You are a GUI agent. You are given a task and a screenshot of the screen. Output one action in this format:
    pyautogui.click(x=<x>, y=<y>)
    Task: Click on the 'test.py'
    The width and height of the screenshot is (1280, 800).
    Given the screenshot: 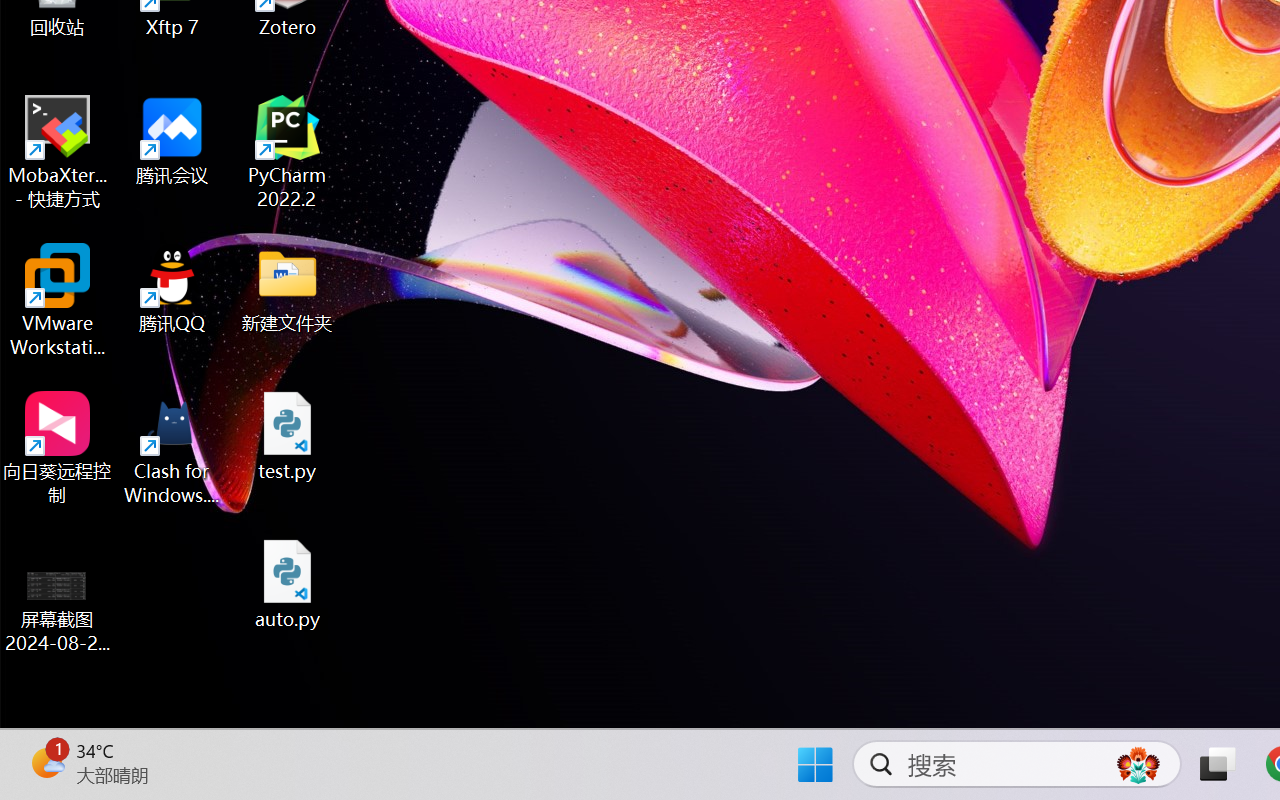 What is the action you would take?
    pyautogui.click(x=287, y=435)
    